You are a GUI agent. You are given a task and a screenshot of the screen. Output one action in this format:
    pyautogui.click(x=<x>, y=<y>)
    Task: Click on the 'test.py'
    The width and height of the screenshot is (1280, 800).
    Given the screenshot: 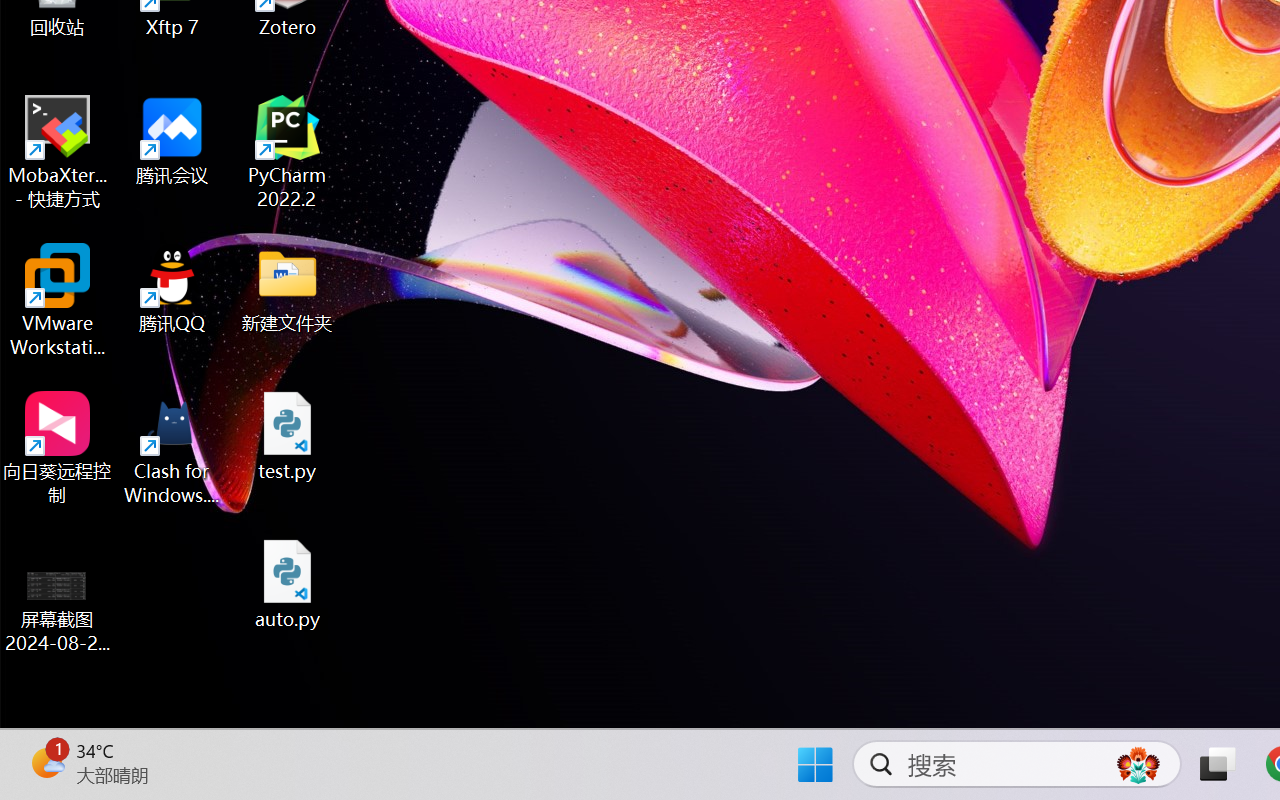 What is the action you would take?
    pyautogui.click(x=287, y=435)
    